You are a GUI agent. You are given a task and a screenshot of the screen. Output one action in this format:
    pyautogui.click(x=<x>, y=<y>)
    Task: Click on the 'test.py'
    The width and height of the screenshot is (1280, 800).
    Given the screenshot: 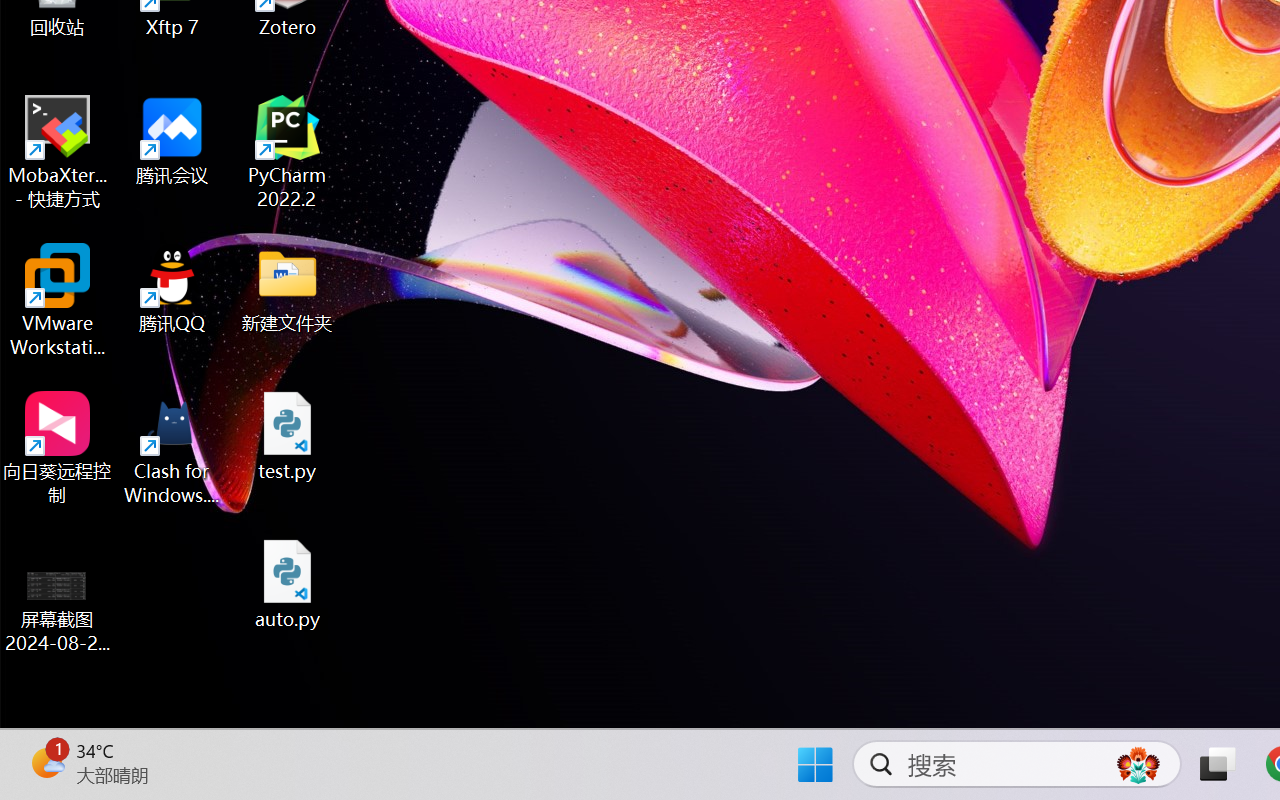 What is the action you would take?
    pyautogui.click(x=287, y=435)
    